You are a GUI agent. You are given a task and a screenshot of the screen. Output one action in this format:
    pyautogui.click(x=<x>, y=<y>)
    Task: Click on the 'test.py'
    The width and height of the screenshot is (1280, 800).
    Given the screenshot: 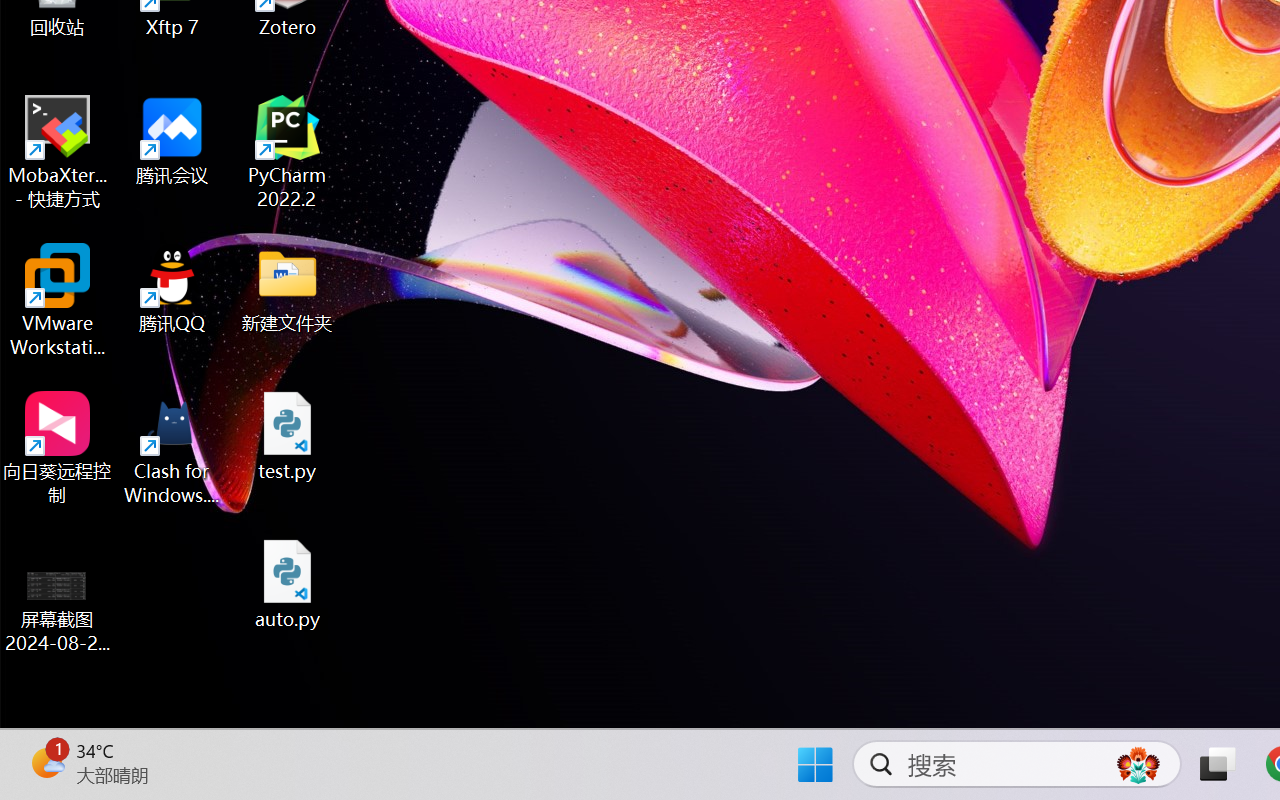 What is the action you would take?
    pyautogui.click(x=287, y=435)
    